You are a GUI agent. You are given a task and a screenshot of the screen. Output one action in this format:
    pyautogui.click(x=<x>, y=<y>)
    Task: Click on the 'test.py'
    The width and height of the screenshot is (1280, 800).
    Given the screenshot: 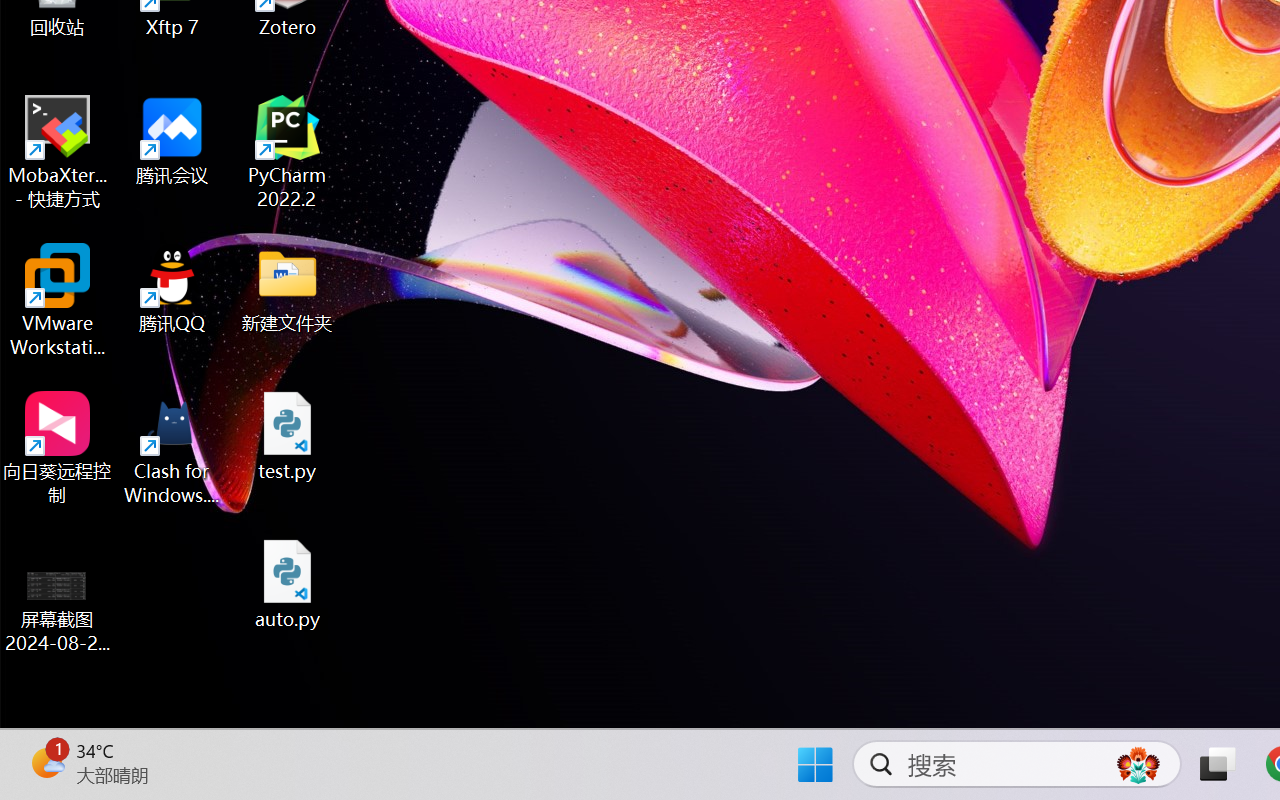 What is the action you would take?
    pyautogui.click(x=287, y=435)
    